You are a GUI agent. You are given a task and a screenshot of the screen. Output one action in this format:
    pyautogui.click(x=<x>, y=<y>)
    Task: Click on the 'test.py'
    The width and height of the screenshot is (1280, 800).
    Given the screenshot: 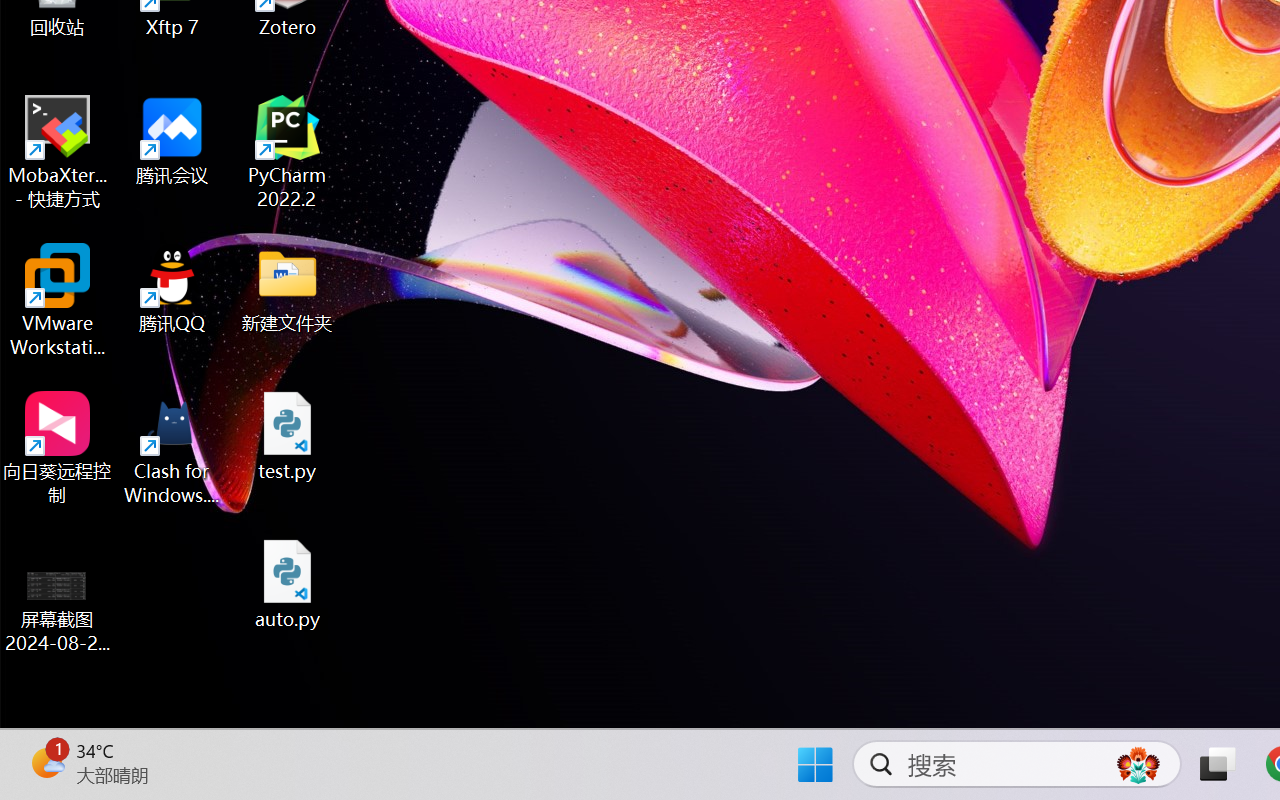 What is the action you would take?
    pyautogui.click(x=287, y=435)
    